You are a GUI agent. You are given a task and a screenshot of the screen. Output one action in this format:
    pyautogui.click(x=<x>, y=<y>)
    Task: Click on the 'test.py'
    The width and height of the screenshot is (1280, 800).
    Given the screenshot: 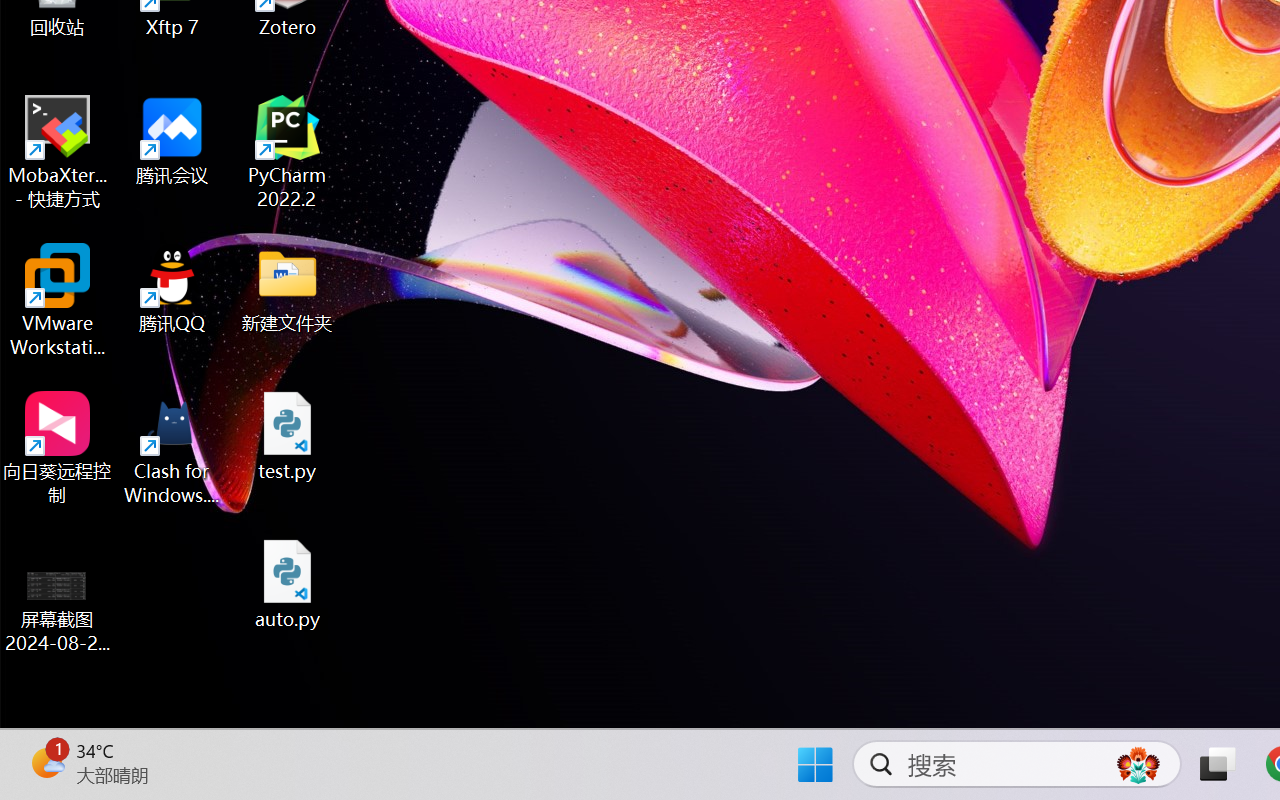 What is the action you would take?
    pyautogui.click(x=287, y=435)
    